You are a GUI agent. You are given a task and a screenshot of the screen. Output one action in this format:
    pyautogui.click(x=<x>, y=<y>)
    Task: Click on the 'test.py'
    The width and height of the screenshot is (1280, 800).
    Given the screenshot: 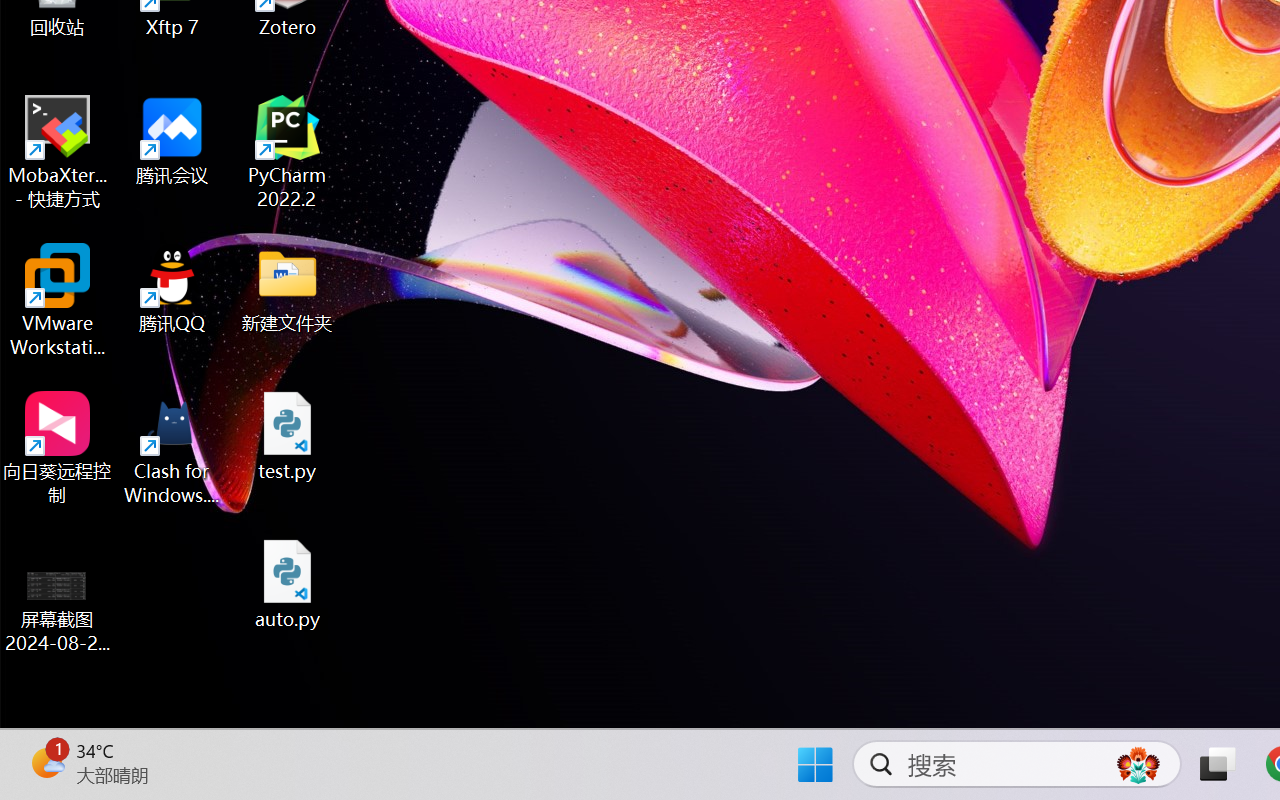 What is the action you would take?
    pyautogui.click(x=287, y=435)
    